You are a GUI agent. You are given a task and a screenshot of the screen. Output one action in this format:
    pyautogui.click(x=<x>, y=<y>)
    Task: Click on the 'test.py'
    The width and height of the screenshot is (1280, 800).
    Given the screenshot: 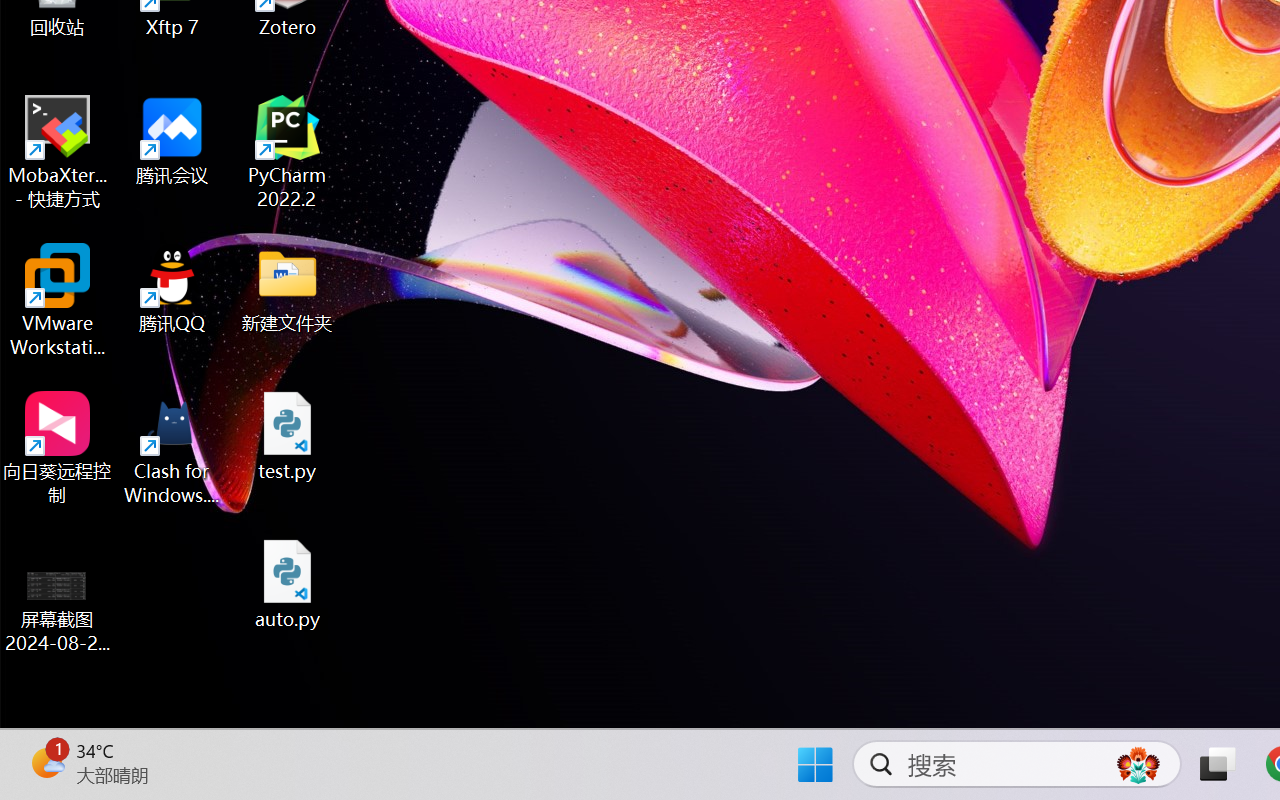 What is the action you would take?
    pyautogui.click(x=287, y=435)
    